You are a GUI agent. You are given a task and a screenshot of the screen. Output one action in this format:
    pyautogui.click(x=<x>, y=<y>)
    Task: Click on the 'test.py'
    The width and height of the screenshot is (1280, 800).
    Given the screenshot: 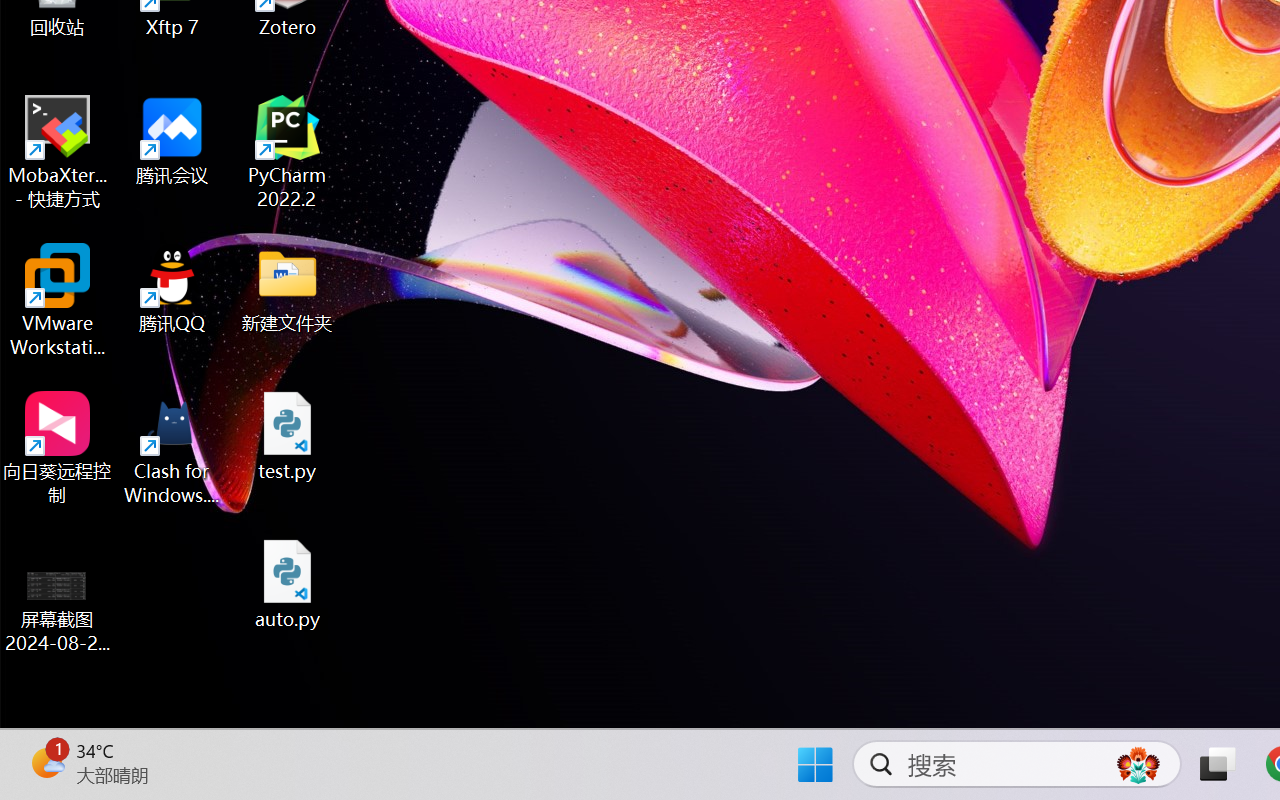 What is the action you would take?
    pyautogui.click(x=287, y=435)
    